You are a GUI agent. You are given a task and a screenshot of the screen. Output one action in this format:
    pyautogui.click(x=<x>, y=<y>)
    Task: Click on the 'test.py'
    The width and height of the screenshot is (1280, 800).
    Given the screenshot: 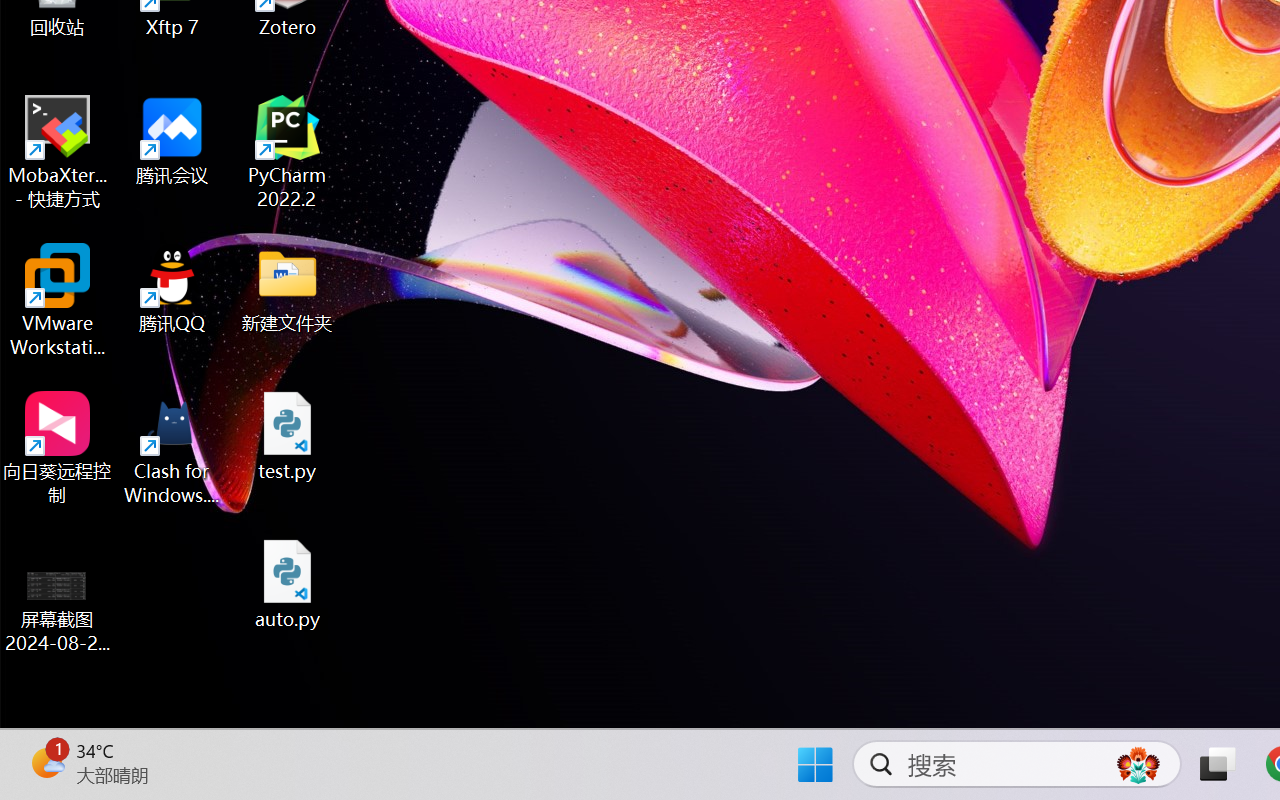 What is the action you would take?
    pyautogui.click(x=287, y=435)
    